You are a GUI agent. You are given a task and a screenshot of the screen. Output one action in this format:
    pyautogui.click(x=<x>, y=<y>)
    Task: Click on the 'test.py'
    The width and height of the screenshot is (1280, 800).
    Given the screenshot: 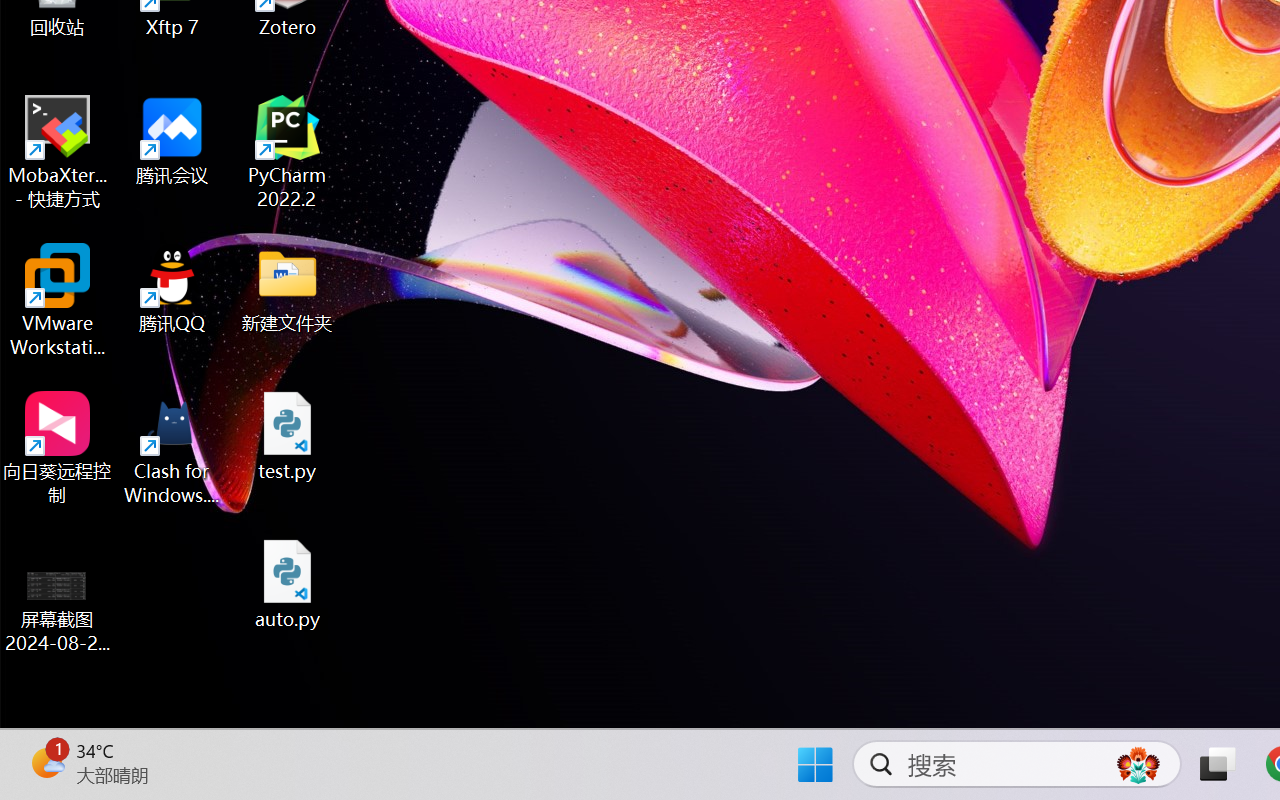 What is the action you would take?
    pyautogui.click(x=287, y=435)
    